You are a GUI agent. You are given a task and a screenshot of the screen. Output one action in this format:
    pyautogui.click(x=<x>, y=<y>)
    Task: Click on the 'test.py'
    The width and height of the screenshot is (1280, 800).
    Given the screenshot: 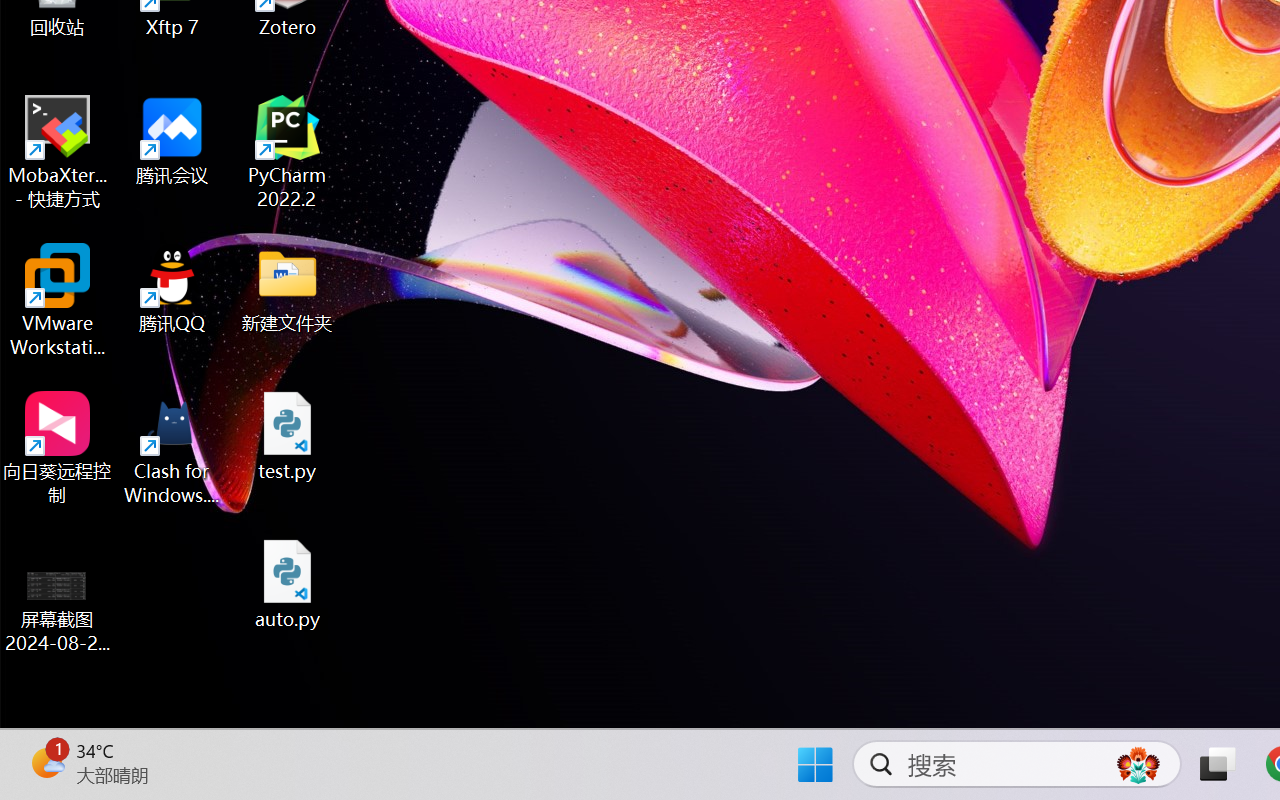 What is the action you would take?
    pyautogui.click(x=287, y=435)
    